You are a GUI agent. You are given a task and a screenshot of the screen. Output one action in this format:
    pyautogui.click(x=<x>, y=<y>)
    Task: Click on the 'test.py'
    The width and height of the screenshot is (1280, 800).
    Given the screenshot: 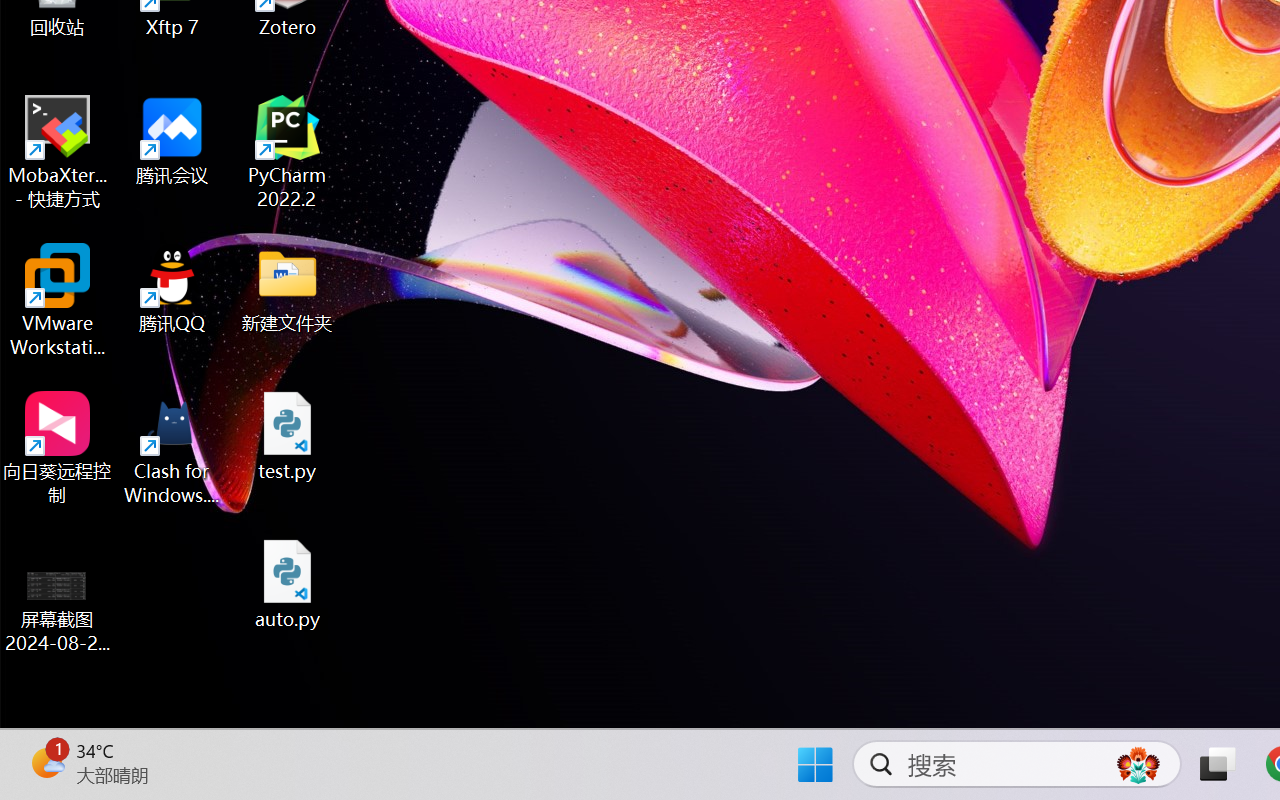 What is the action you would take?
    pyautogui.click(x=287, y=435)
    